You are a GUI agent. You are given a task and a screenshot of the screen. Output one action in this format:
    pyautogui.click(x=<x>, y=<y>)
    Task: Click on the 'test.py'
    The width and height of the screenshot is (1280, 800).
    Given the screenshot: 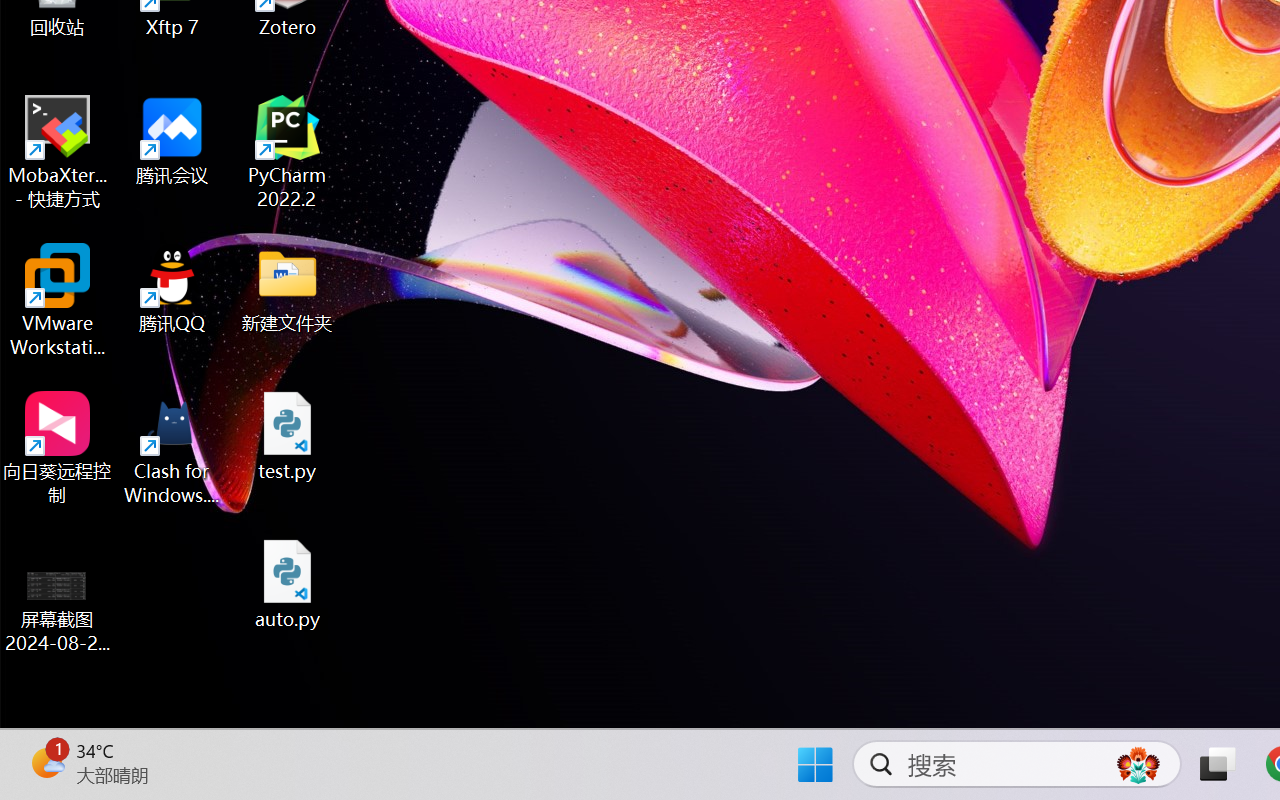 What is the action you would take?
    pyautogui.click(x=287, y=435)
    